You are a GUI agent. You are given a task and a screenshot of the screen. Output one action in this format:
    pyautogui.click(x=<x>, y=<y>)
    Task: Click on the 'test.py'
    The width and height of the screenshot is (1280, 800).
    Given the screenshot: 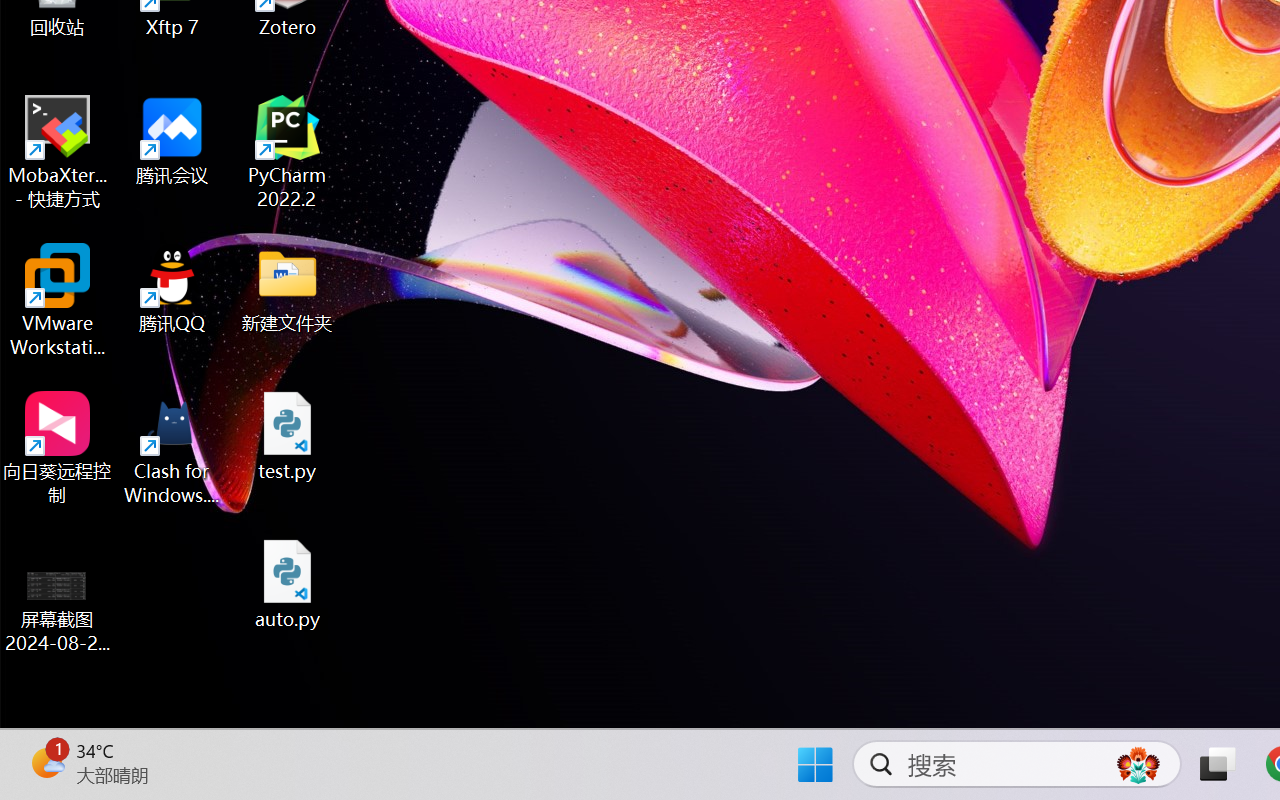 What is the action you would take?
    pyautogui.click(x=287, y=435)
    